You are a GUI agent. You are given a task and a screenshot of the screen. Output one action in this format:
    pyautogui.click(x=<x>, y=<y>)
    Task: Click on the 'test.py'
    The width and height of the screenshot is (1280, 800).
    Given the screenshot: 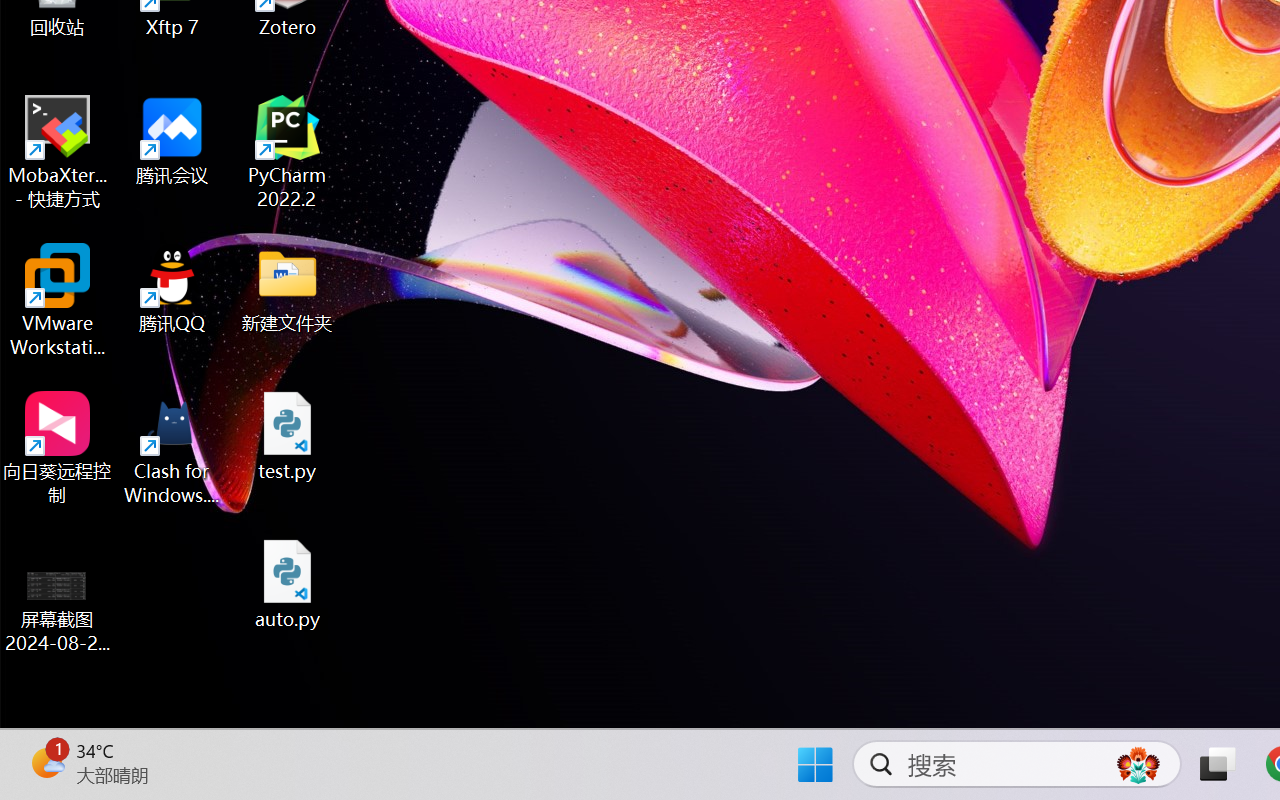 What is the action you would take?
    pyautogui.click(x=287, y=435)
    